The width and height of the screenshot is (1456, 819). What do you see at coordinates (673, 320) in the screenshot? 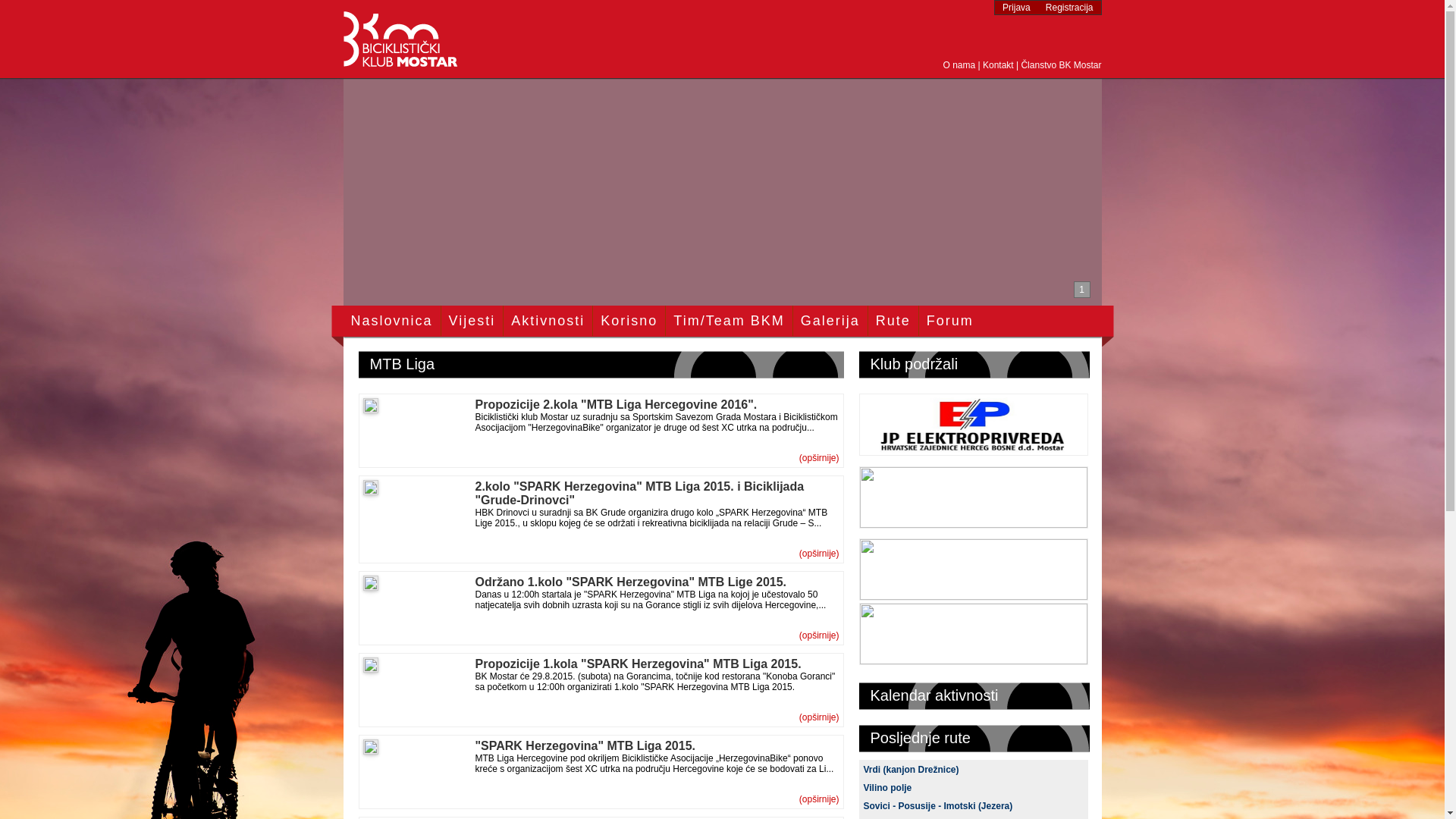
I see `'Tim/Team BKM'` at bounding box center [673, 320].